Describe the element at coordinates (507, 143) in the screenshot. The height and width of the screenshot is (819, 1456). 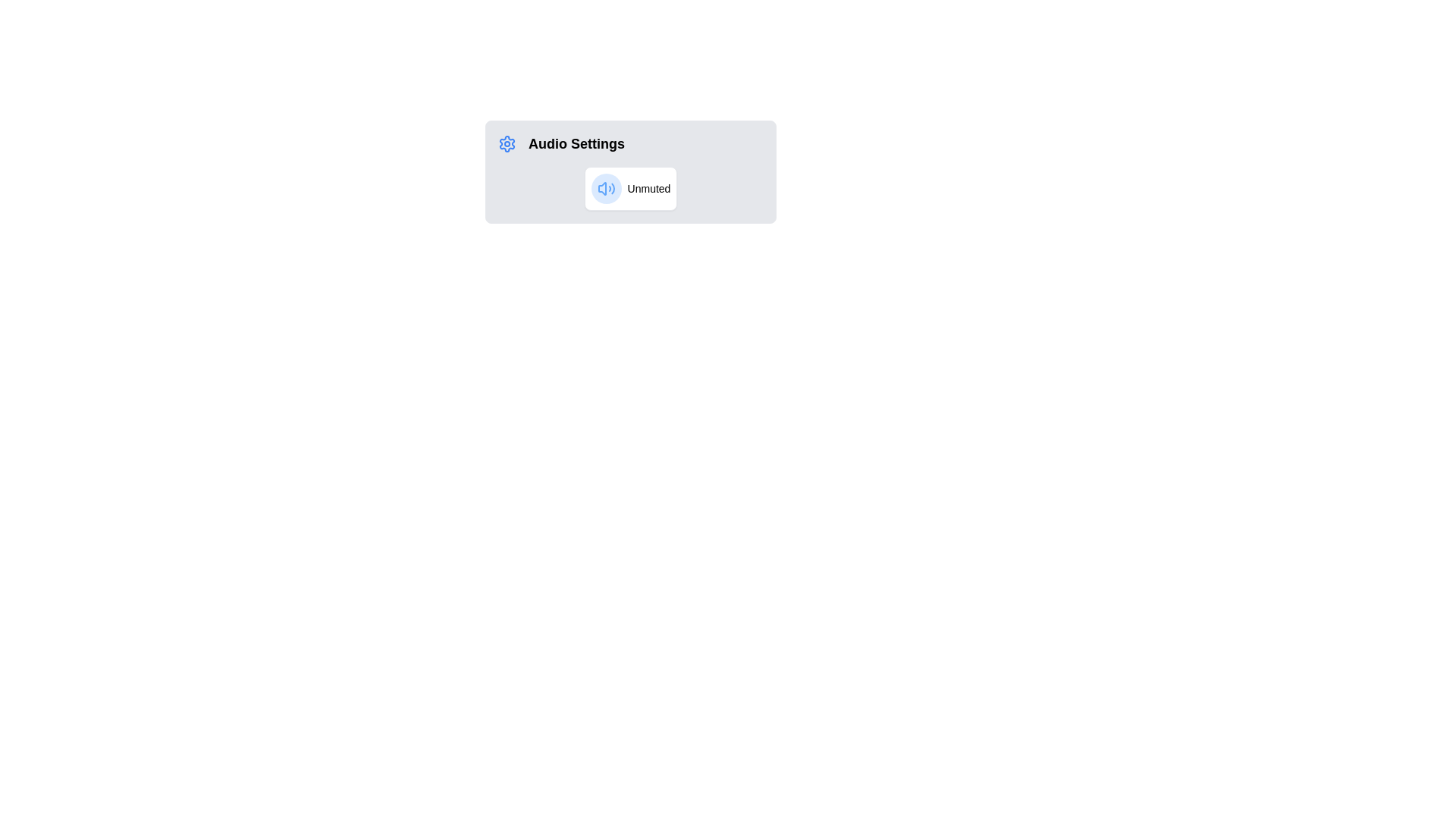
I see `the settings icon located to the left of the 'Audio Settings' label` at that location.